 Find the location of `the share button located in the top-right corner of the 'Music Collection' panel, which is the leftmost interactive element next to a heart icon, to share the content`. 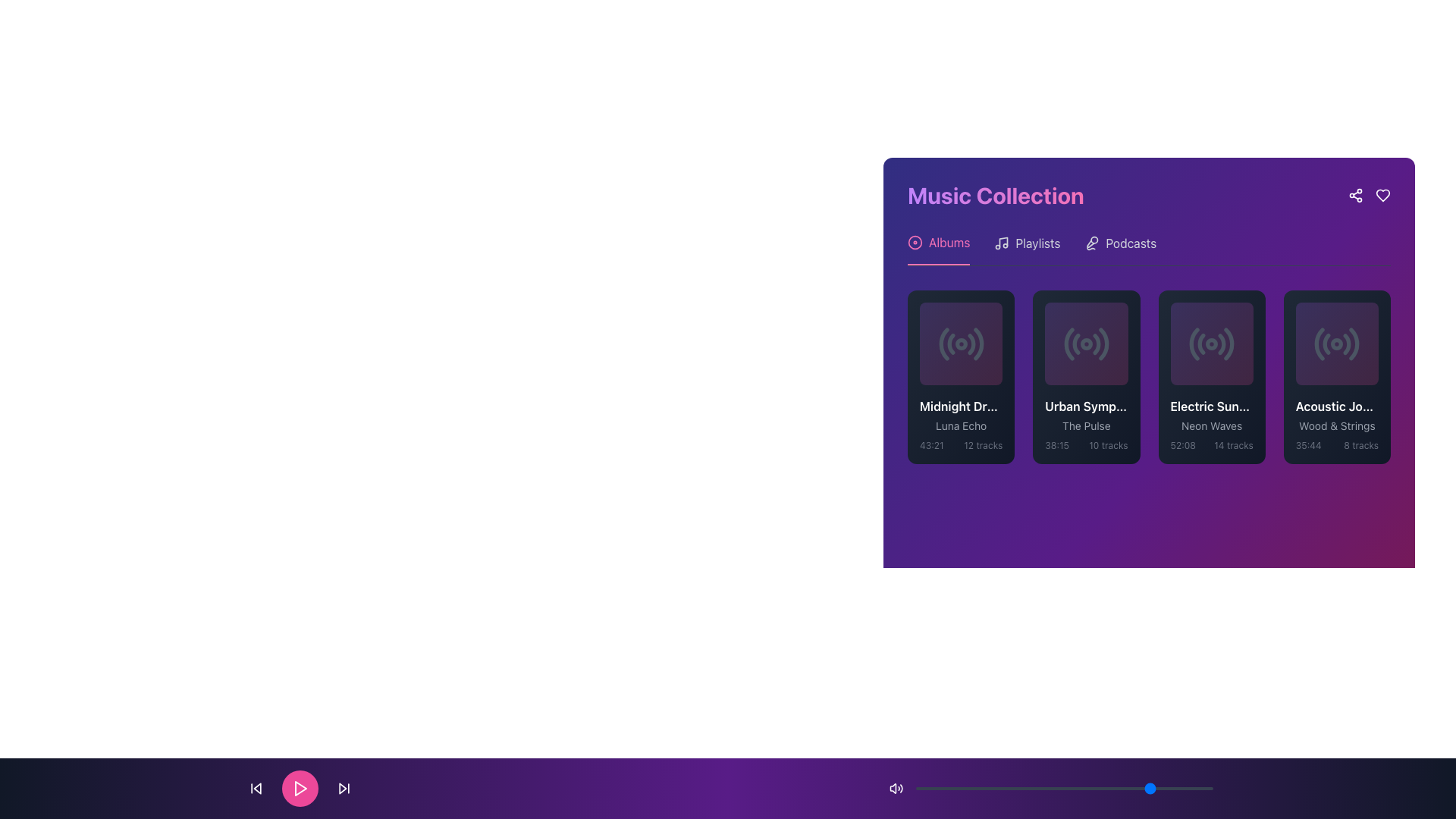

the share button located in the top-right corner of the 'Music Collection' panel, which is the leftmost interactive element next to a heart icon, to share the content is located at coordinates (1356, 195).